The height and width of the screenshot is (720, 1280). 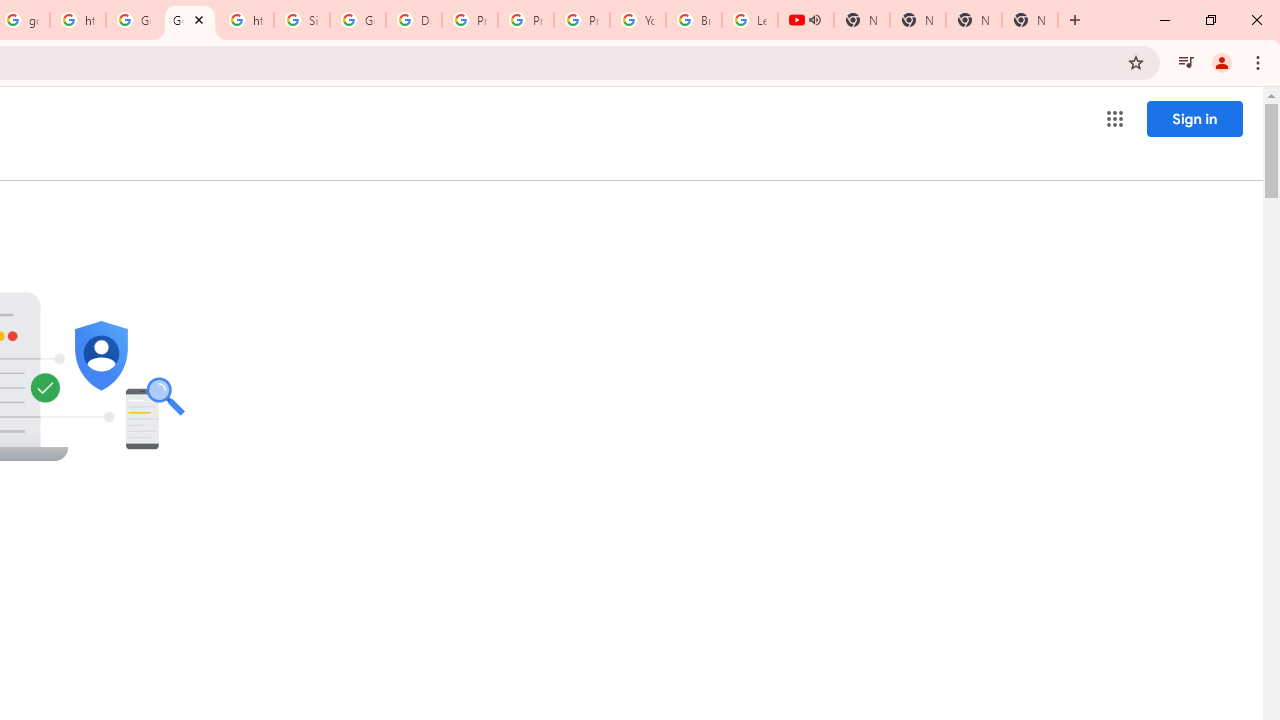 I want to click on 'https://scholar.google.com/', so click(x=78, y=20).